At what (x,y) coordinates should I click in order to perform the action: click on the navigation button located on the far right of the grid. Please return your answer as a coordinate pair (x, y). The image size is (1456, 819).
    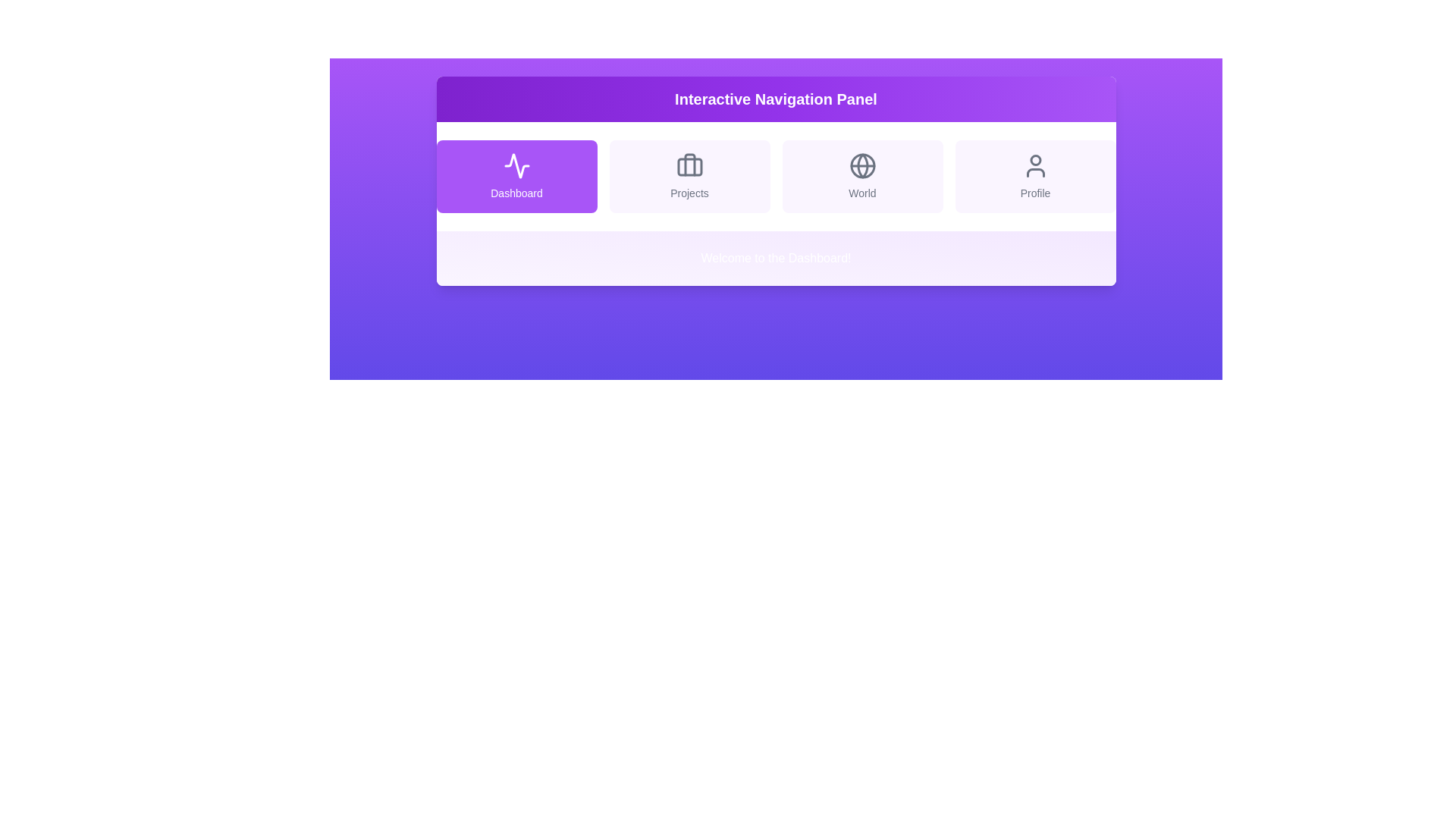
    Looking at the image, I should click on (1034, 175).